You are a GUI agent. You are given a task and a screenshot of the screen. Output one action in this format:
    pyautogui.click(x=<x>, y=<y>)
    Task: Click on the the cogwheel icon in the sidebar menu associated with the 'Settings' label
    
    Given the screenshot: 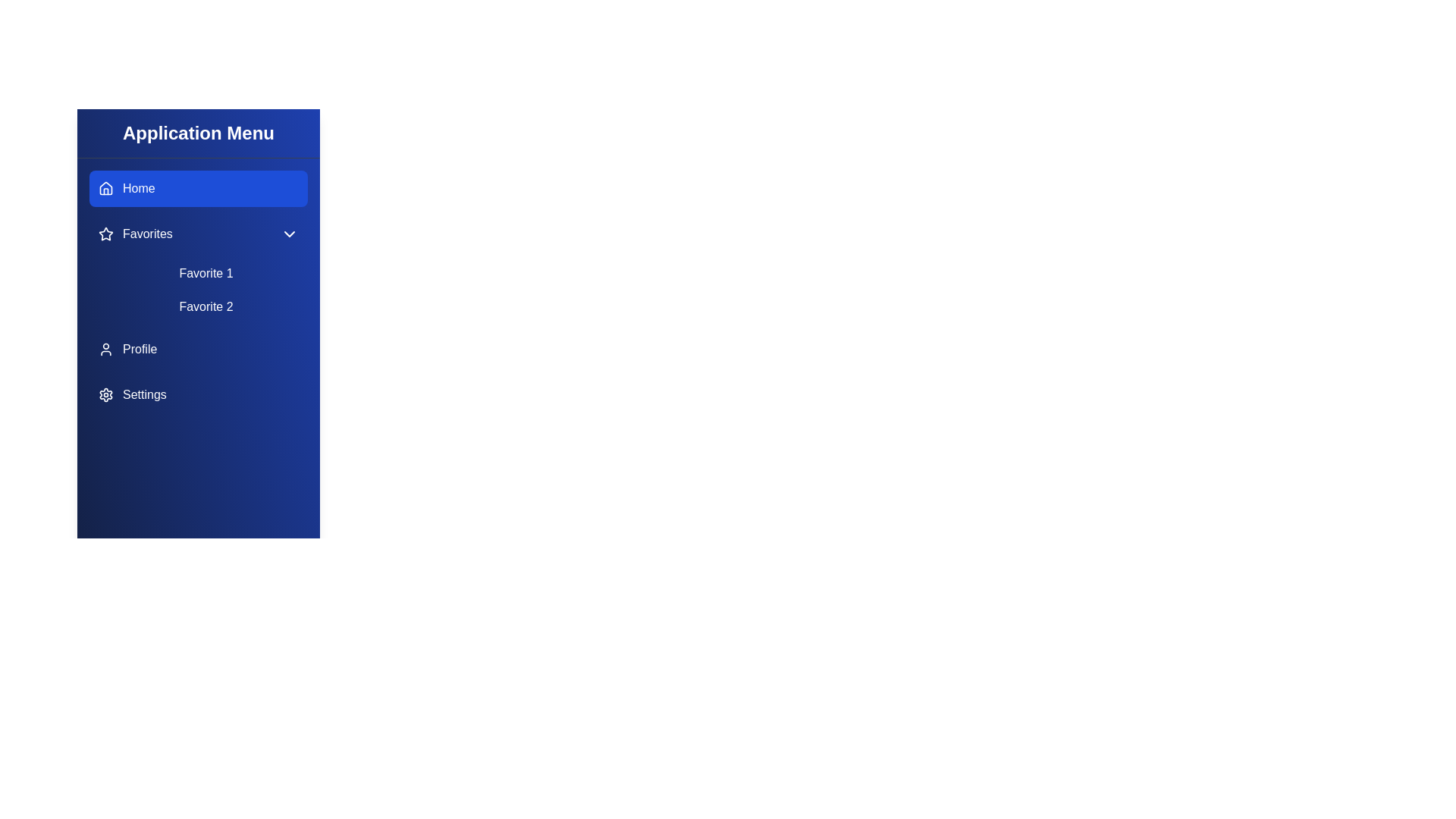 What is the action you would take?
    pyautogui.click(x=105, y=394)
    